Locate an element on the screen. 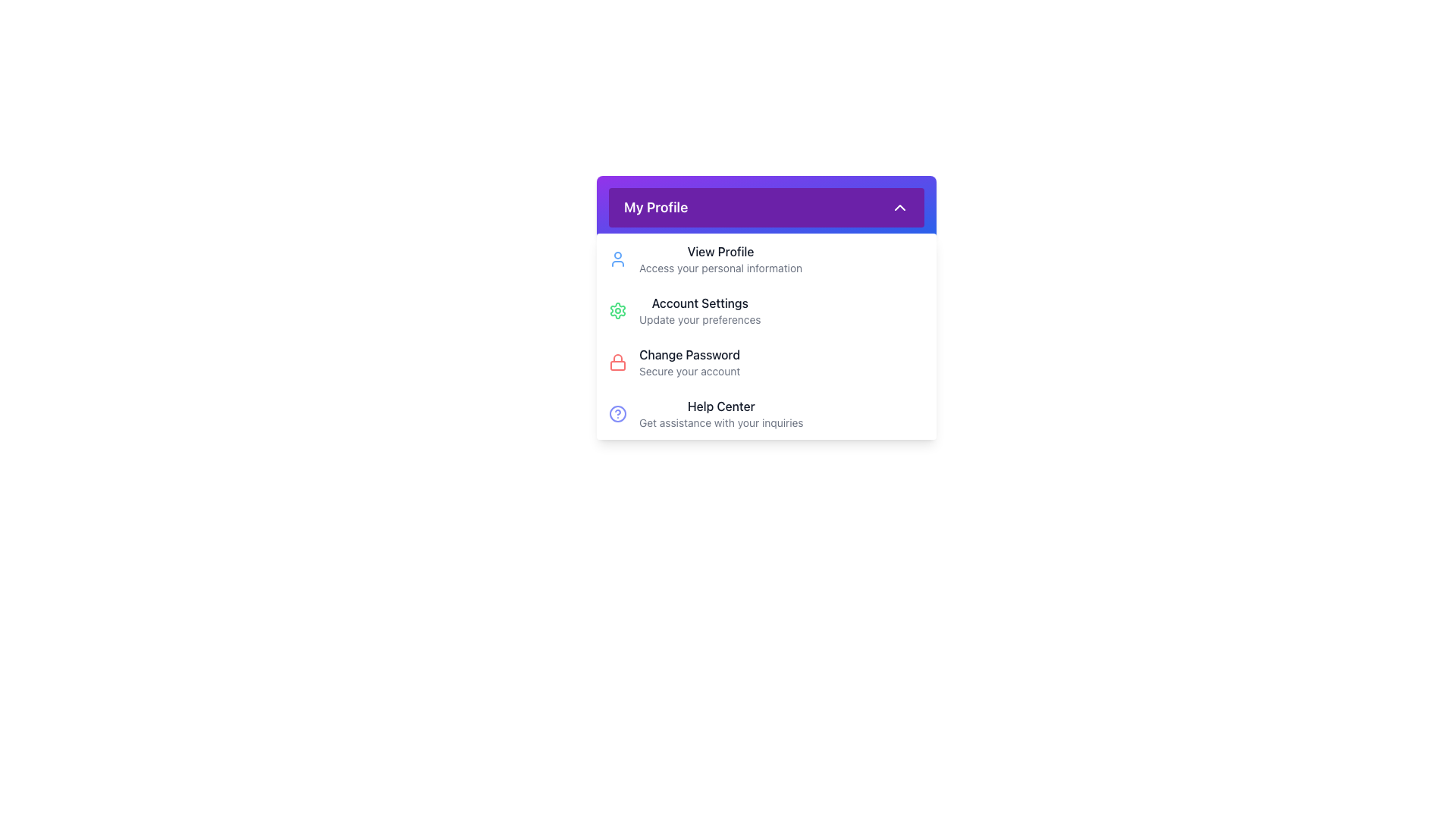  the first entry in the dropdown menu under the 'My Profile' header is located at coordinates (767, 259).